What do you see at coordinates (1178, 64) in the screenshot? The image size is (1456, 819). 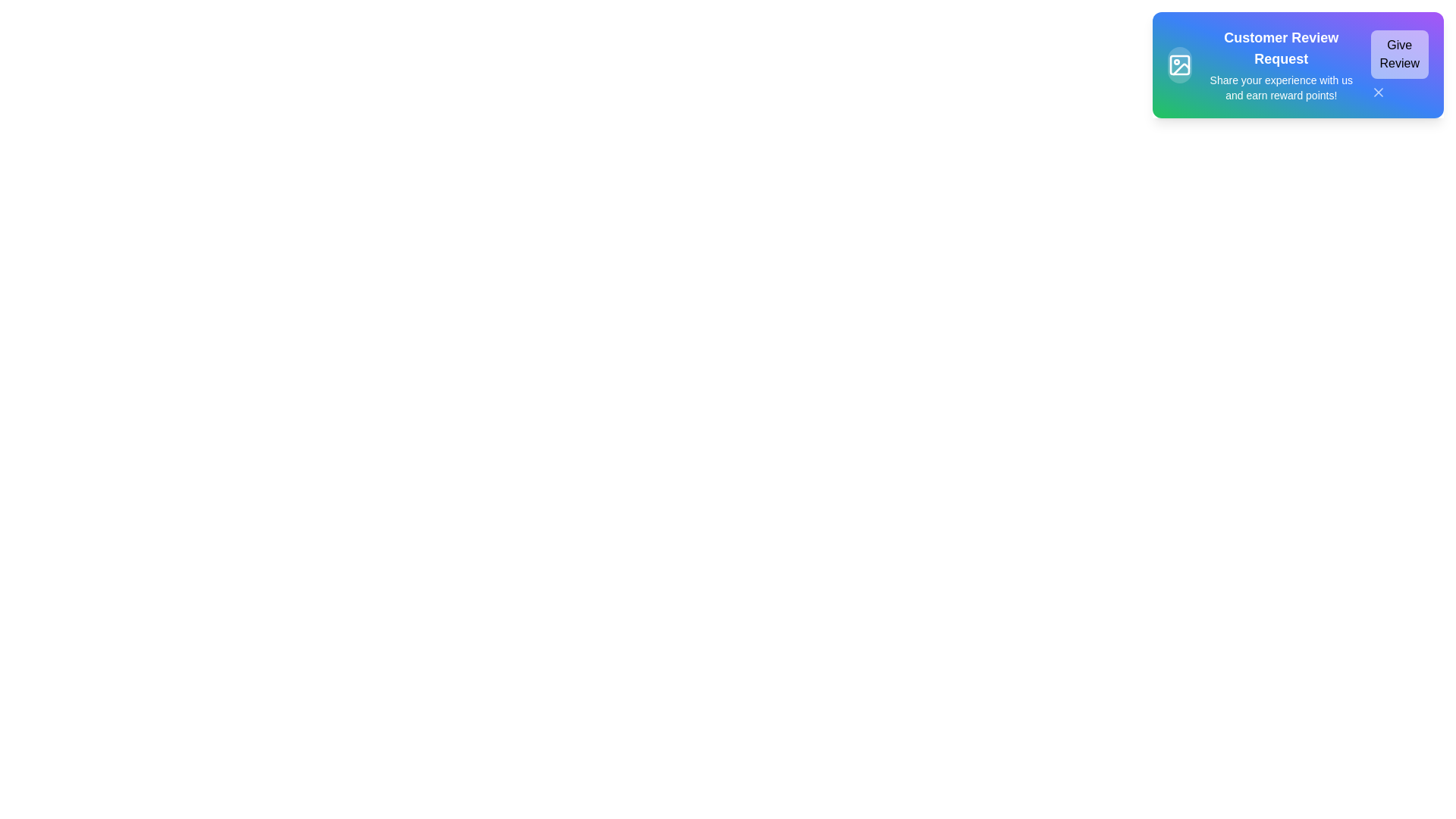 I see `the image icon in the ReviewSnackbar component` at bounding box center [1178, 64].